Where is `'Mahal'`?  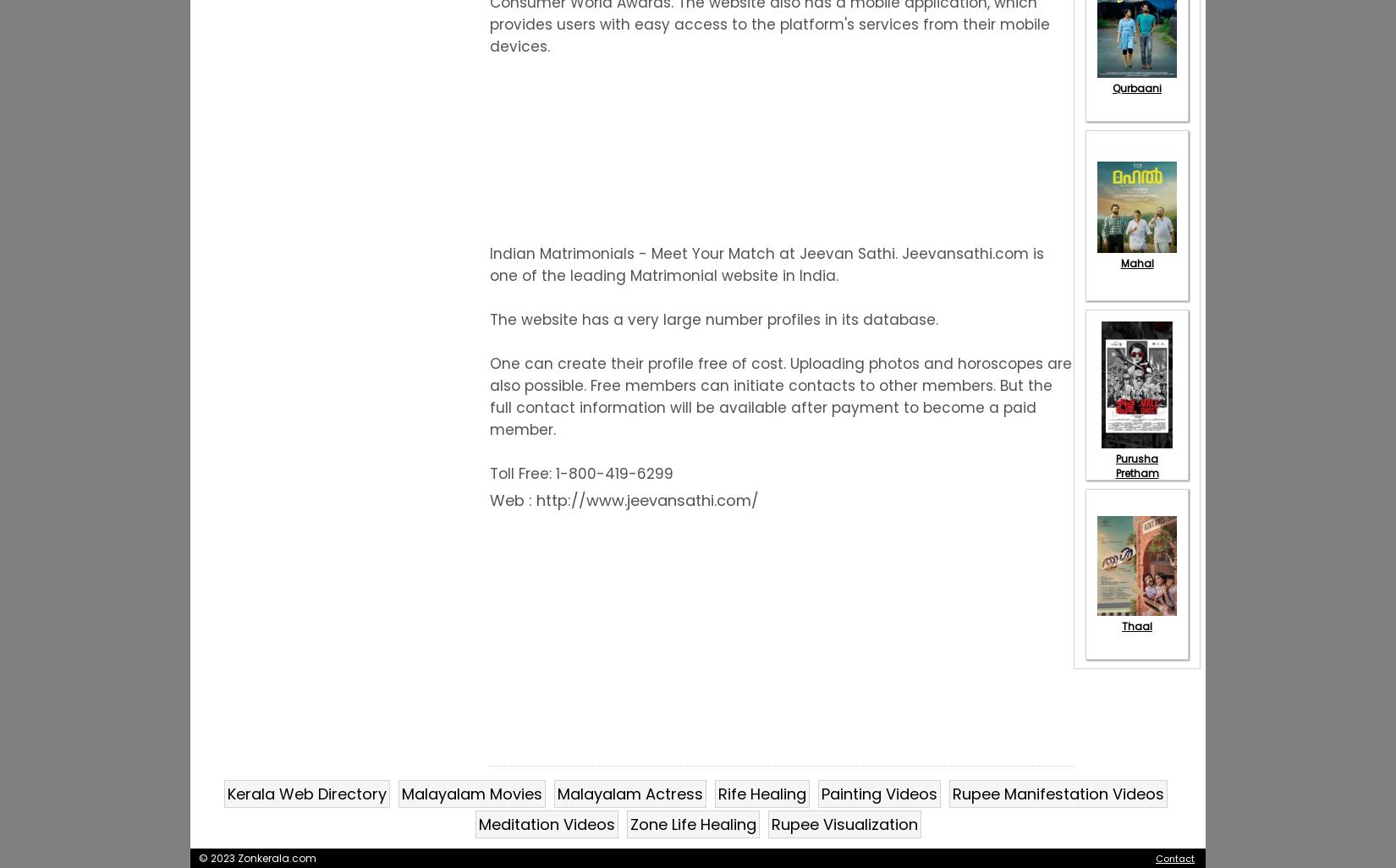 'Mahal' is located at coordinates (1135, 262).